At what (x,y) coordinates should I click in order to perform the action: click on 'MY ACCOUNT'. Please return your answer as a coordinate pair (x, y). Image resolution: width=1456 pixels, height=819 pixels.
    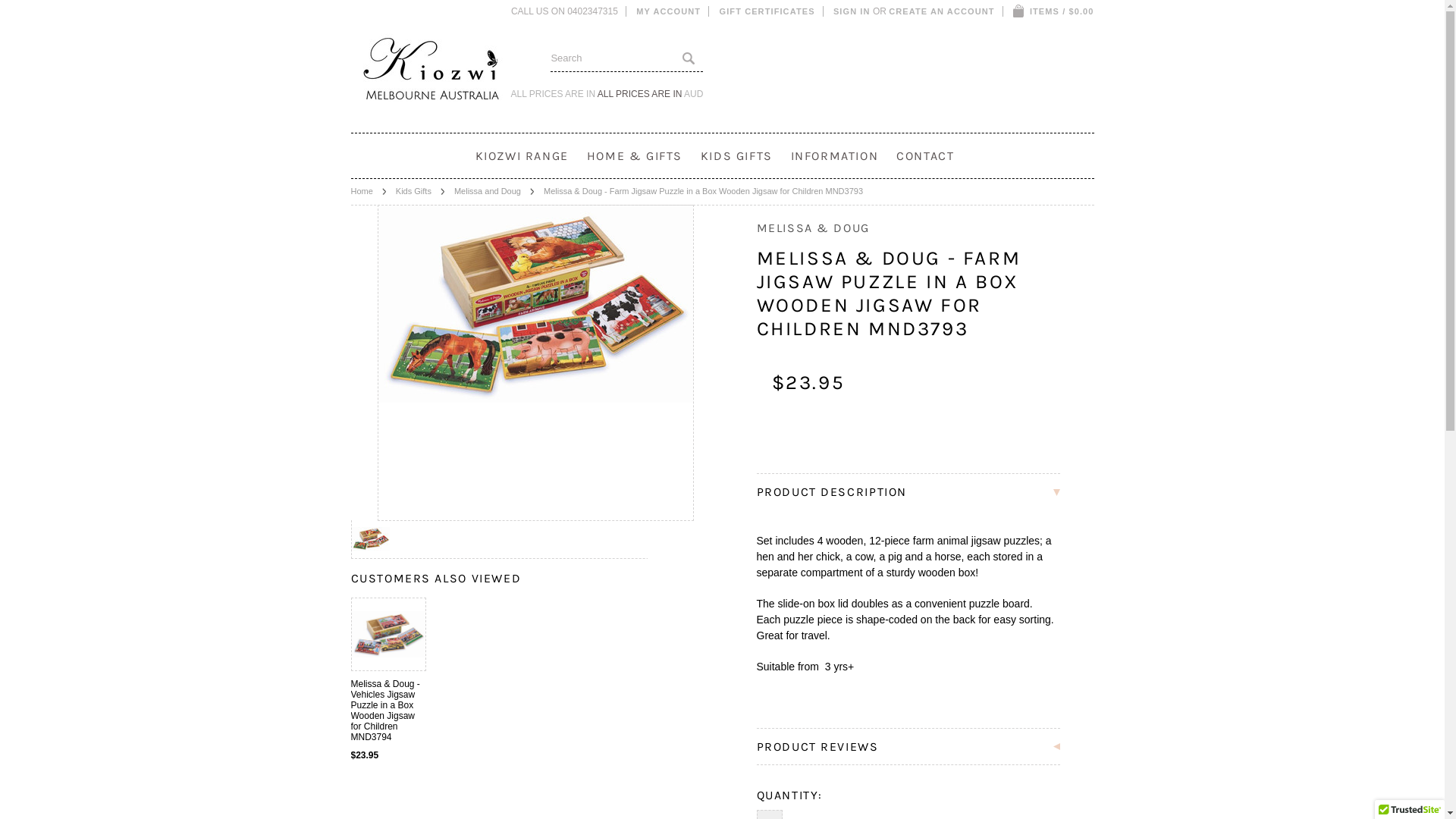
    Looking at the image, I should click on (667, 11).